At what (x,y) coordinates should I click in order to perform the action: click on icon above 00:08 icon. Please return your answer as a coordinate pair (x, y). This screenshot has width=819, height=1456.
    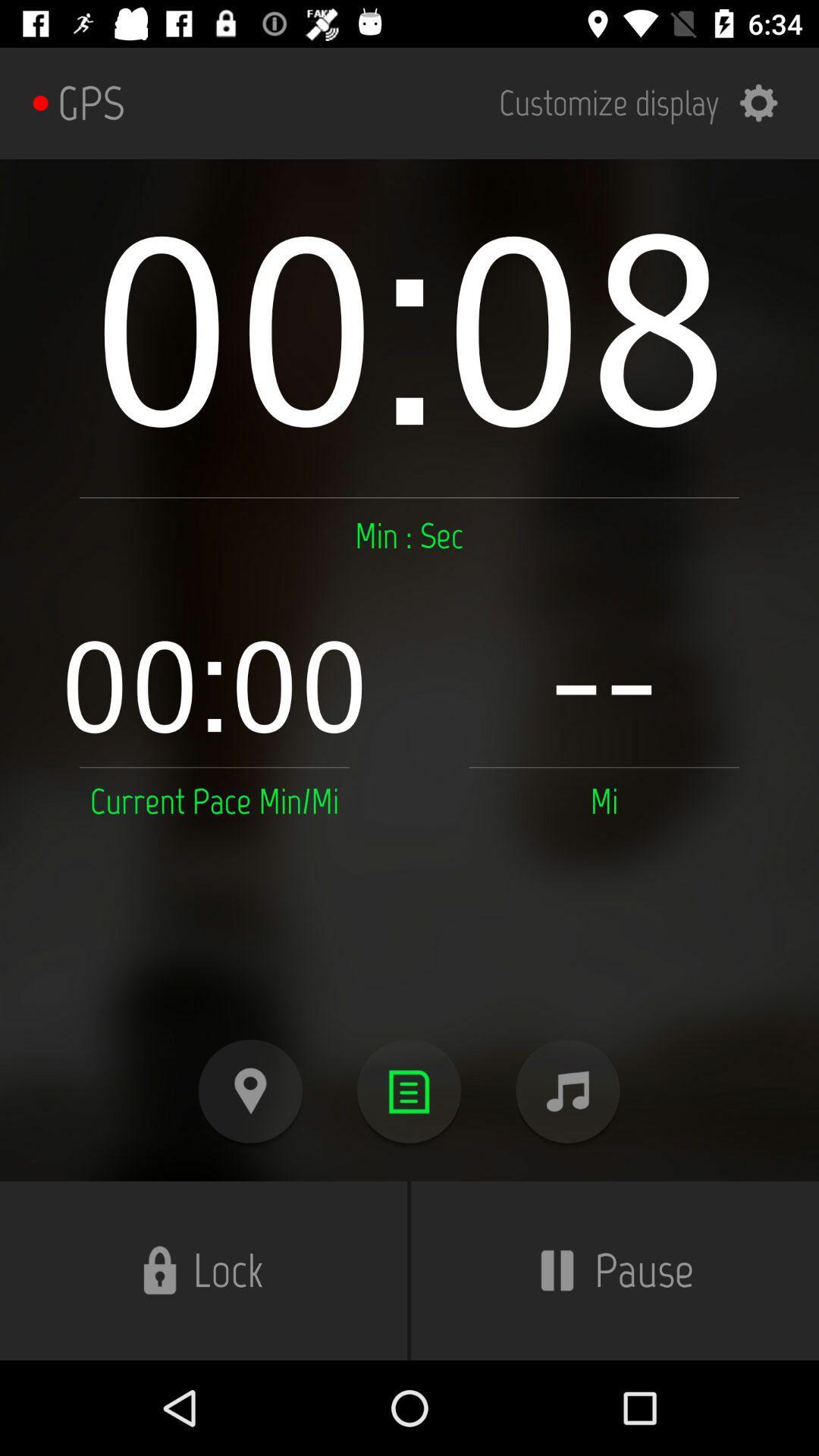
    Looking at the image, I should click on (648, 102).